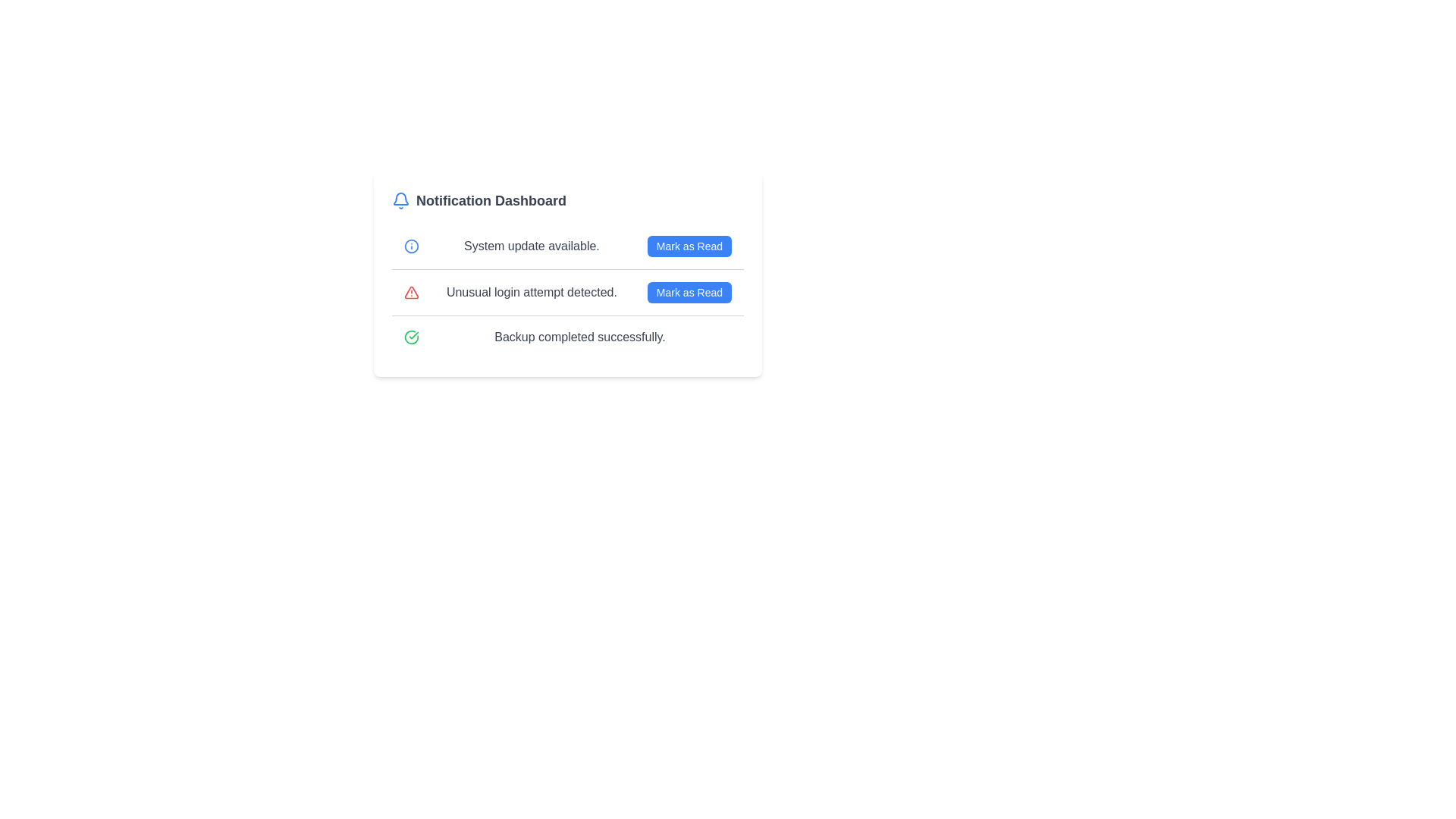 The width and height of the screenshot is (1456, 819). What do you see at coordinates (532, 245) in the screenshot?
I see `the text label displaying 'System update available.' which is styled in gray font and positioned between a blue circular icon and a 'Mark as Read' button` at bounding box center [532, 245].